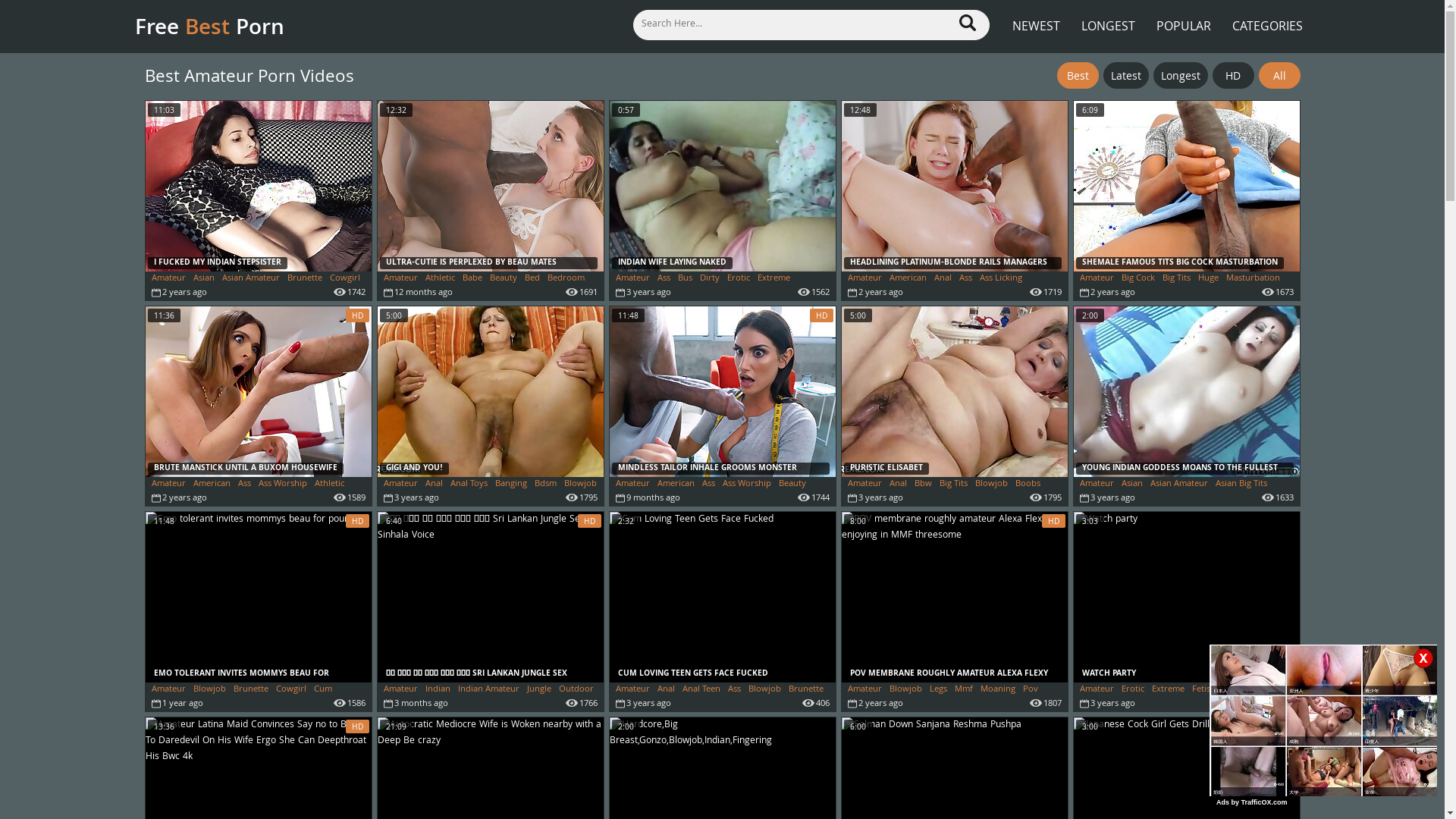  What do you see at coordinates (964, 278) in the screenshot?
I see `'Ass'` at bounding box center [964, 278].